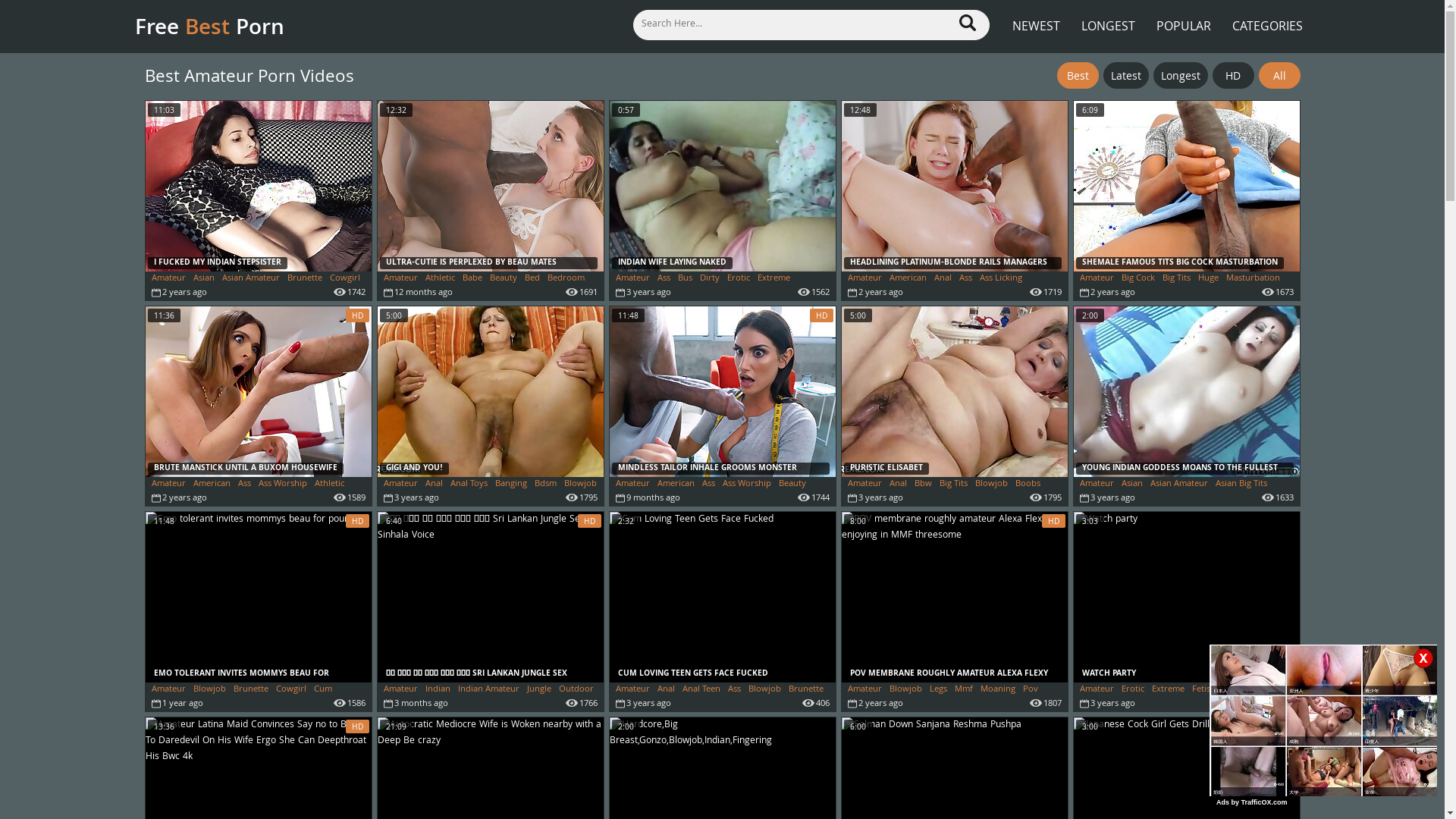  What do you see at coordinates (964, 278) in the screenshot?
I see `'Ass'` at bounding box center [964, 278].